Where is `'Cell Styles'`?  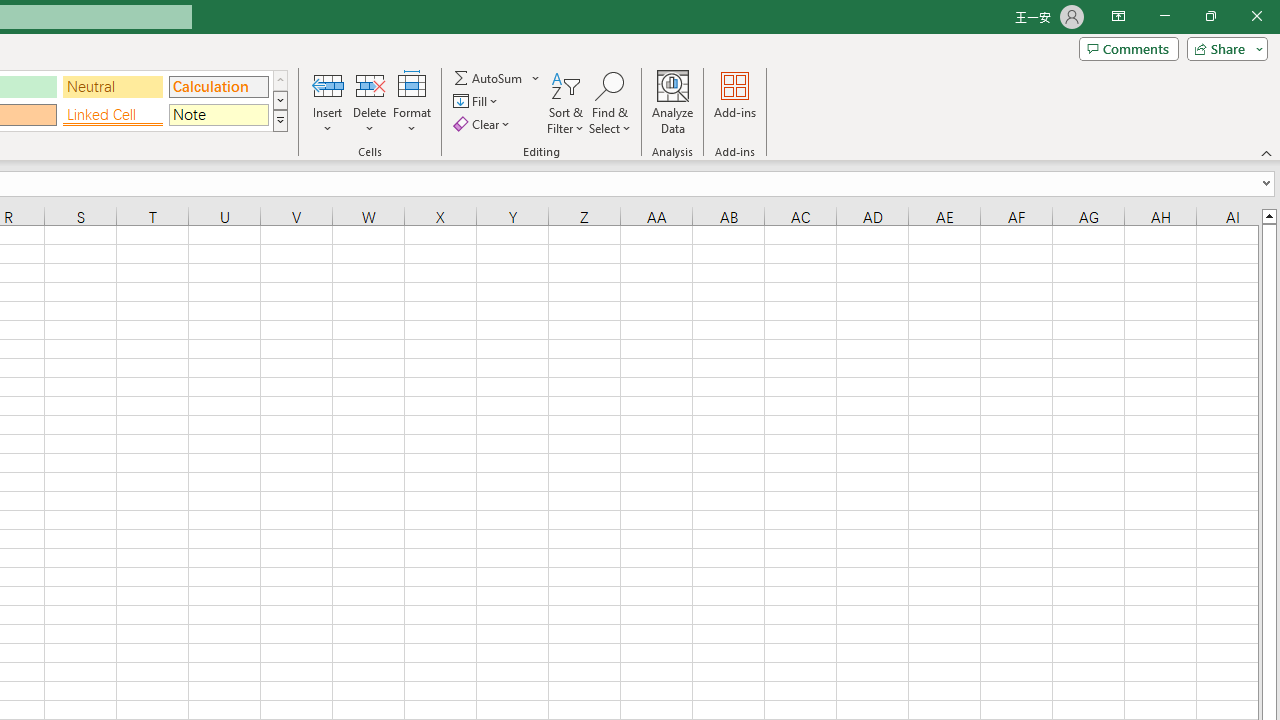 'Cell Styles' is located at coordinates (279, 120).